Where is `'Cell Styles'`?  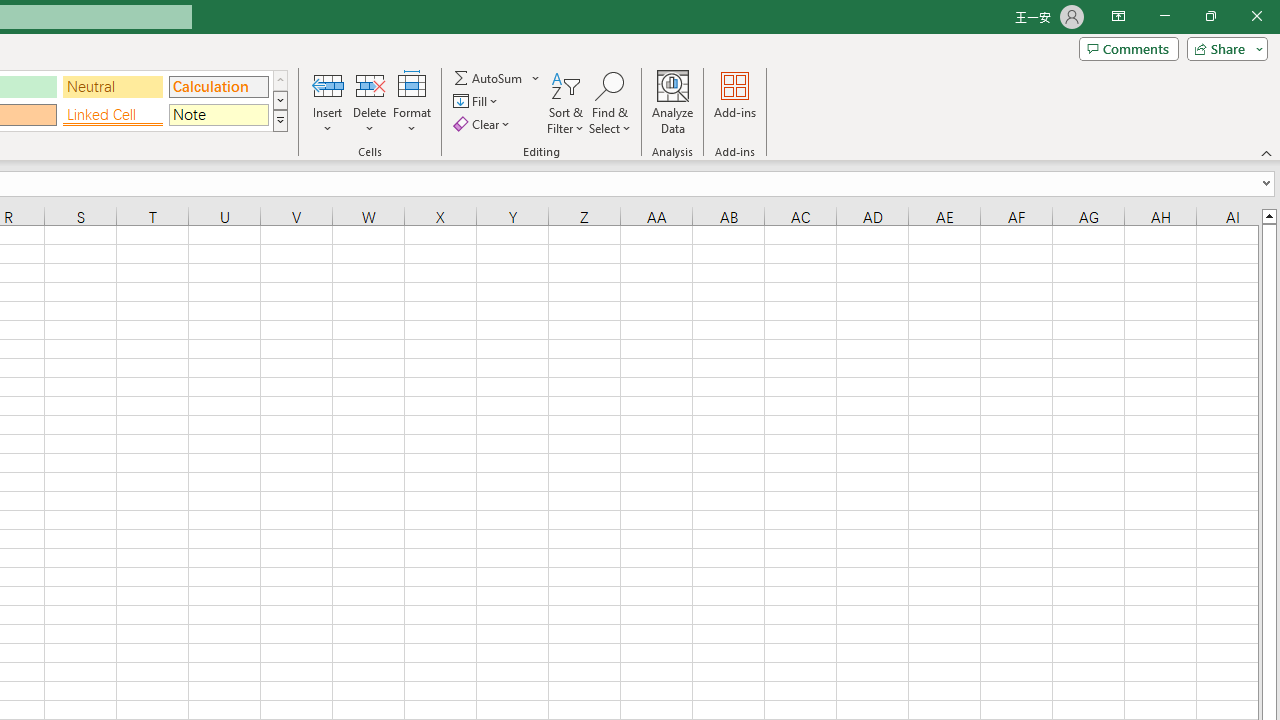 'Cell Styles' is located at coordinates (279, 120).